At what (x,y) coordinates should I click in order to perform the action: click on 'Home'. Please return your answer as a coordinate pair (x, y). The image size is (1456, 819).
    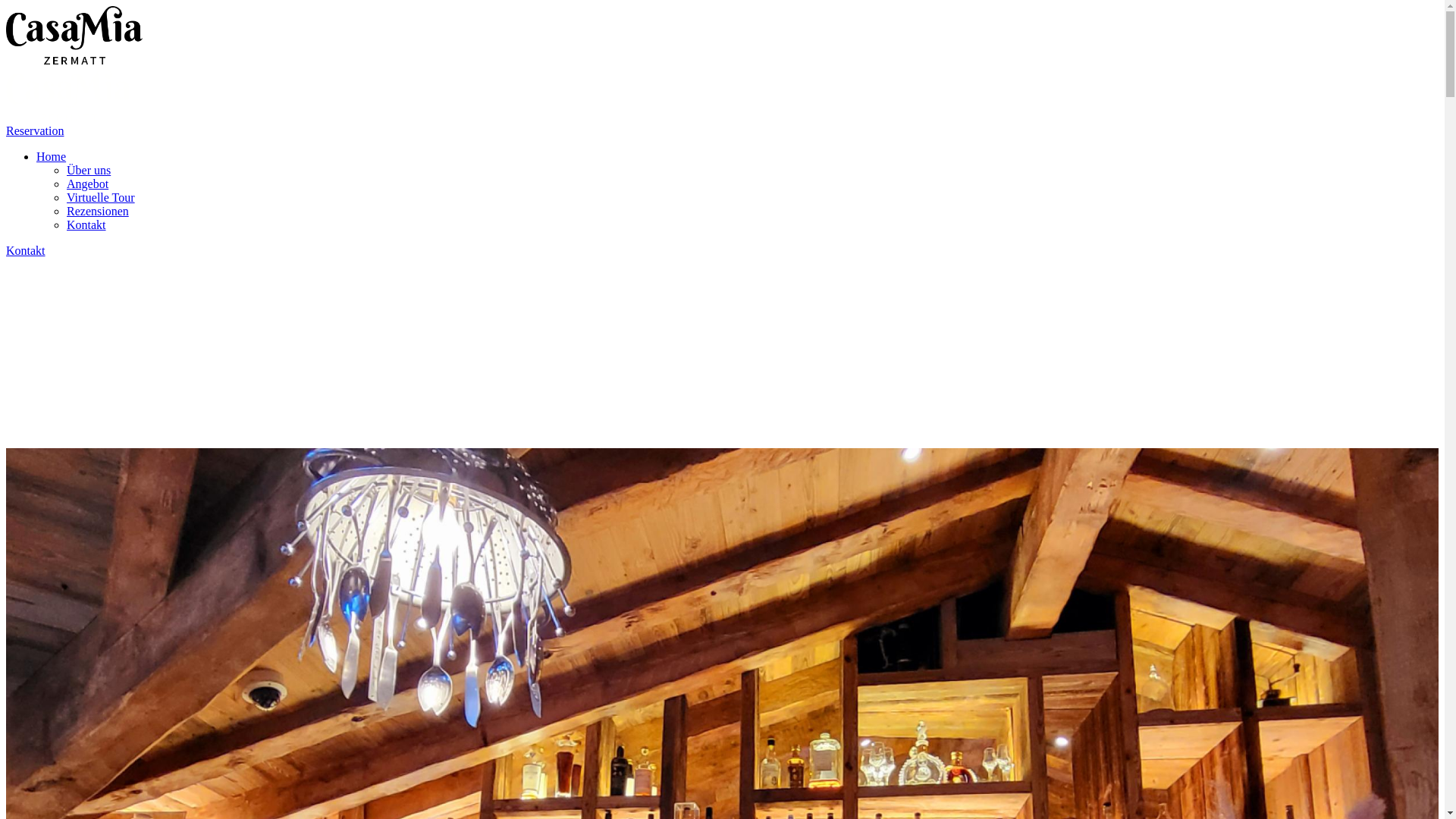
    Looking at the image, I should click on (51, 156).